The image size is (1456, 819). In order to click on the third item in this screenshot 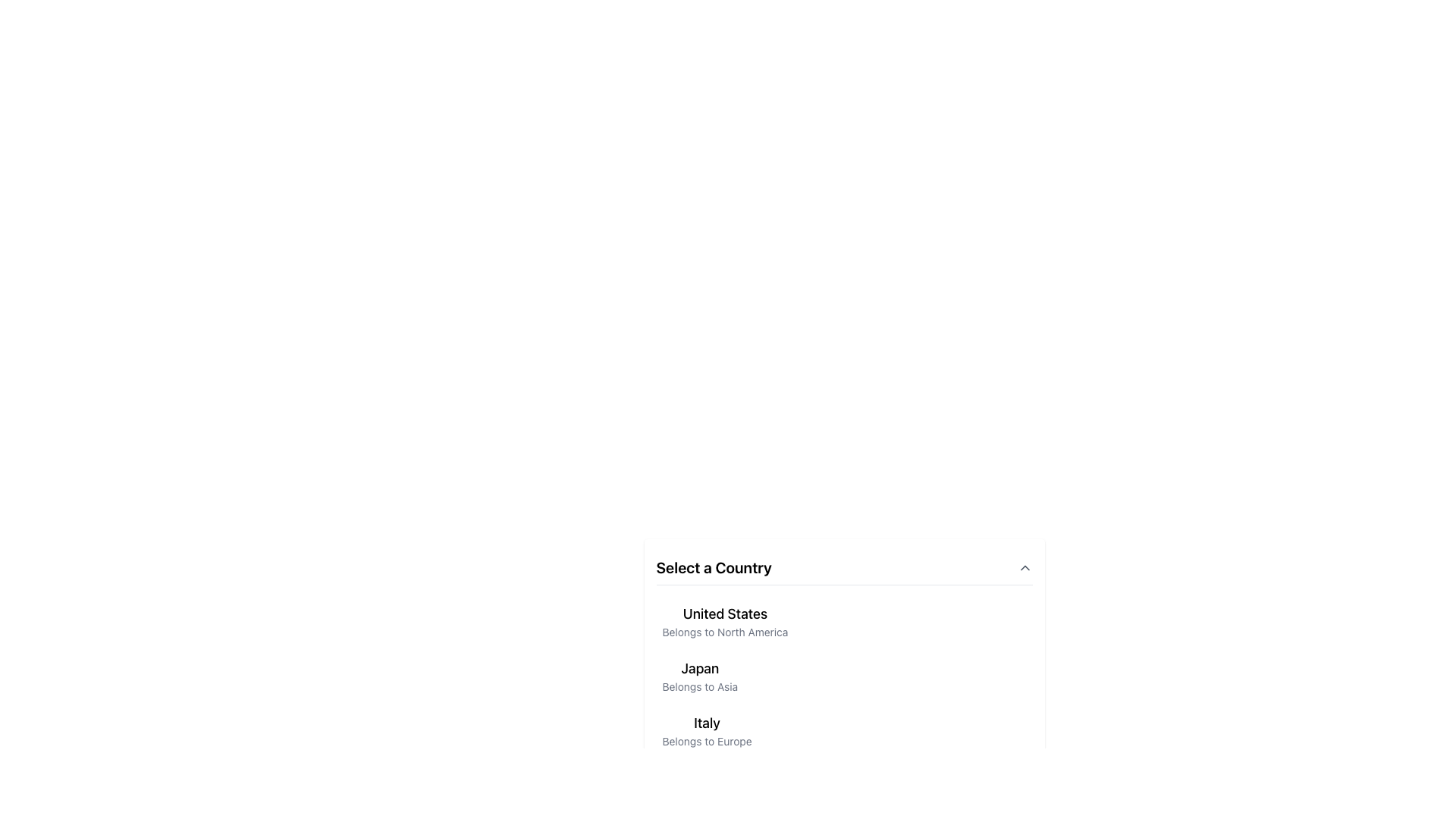, I will do `click(706, 730)`.